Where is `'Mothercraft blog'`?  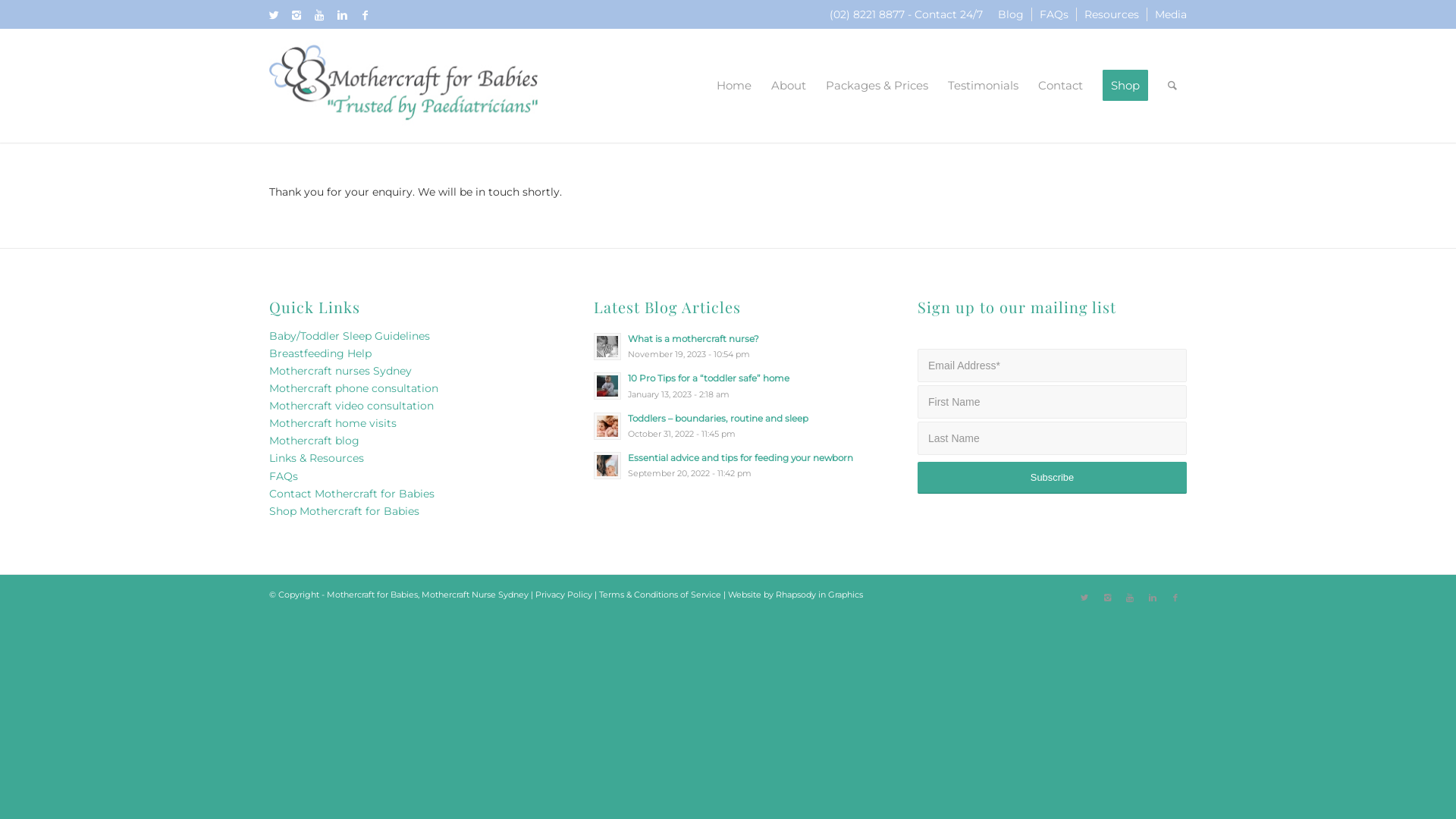
'Mothercraft blog' is located at coordinates (313, 441).